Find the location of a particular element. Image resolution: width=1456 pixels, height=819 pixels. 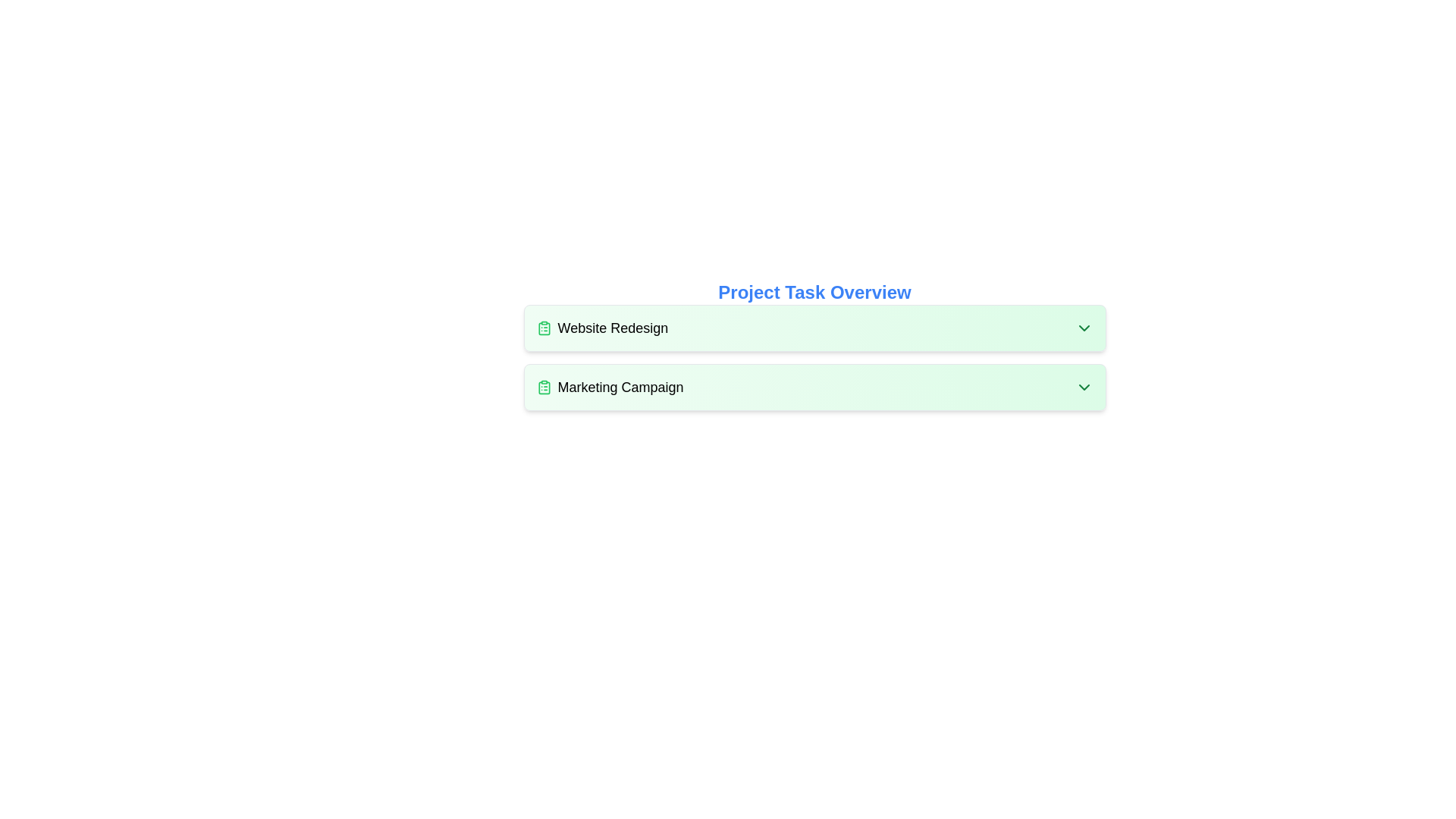

the downward-pointing green chevron icon located at the right side of the 'Marketing Campaign' row is located at coordinates (1083, 386).